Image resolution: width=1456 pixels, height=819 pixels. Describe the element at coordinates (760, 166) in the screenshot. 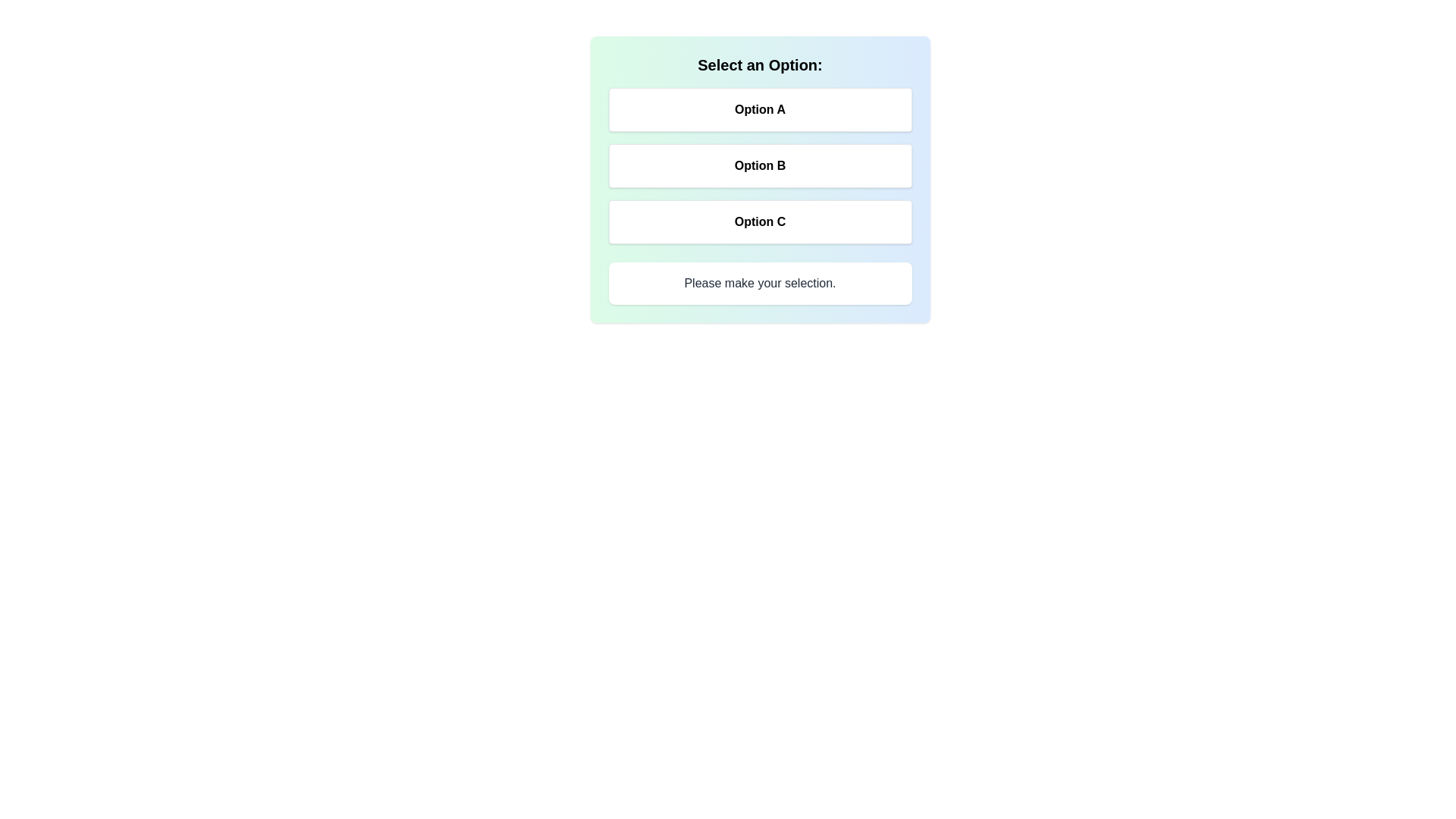

I see `text content of the label for 'Option B', which is located in the second button of a vertically arranged list of options` at that location.